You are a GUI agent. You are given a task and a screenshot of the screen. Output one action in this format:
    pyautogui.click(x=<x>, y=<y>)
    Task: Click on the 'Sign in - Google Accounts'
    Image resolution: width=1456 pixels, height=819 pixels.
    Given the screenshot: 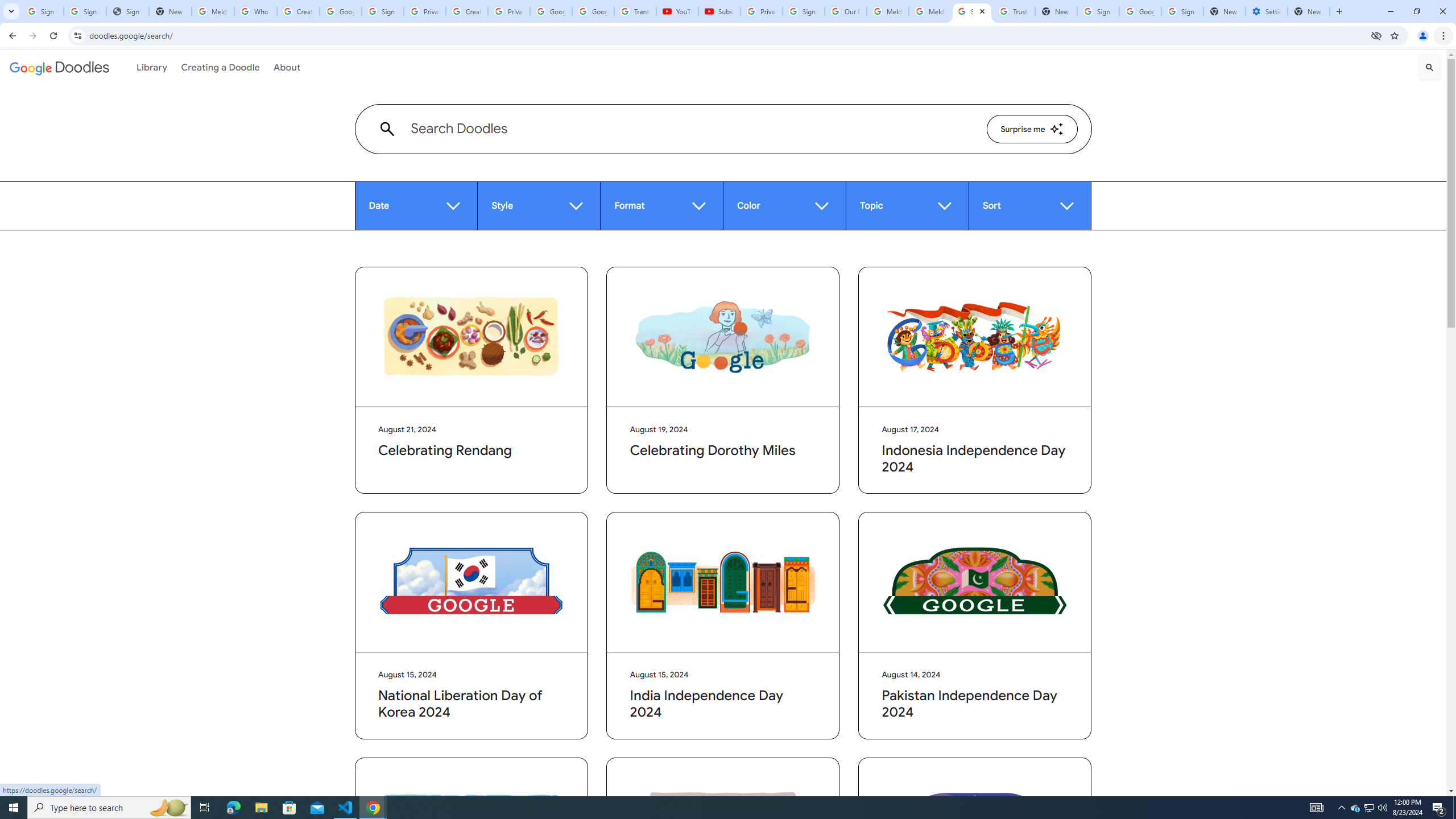 What is the action you would take?
    pyautogui.click(x=804, y=11)
    